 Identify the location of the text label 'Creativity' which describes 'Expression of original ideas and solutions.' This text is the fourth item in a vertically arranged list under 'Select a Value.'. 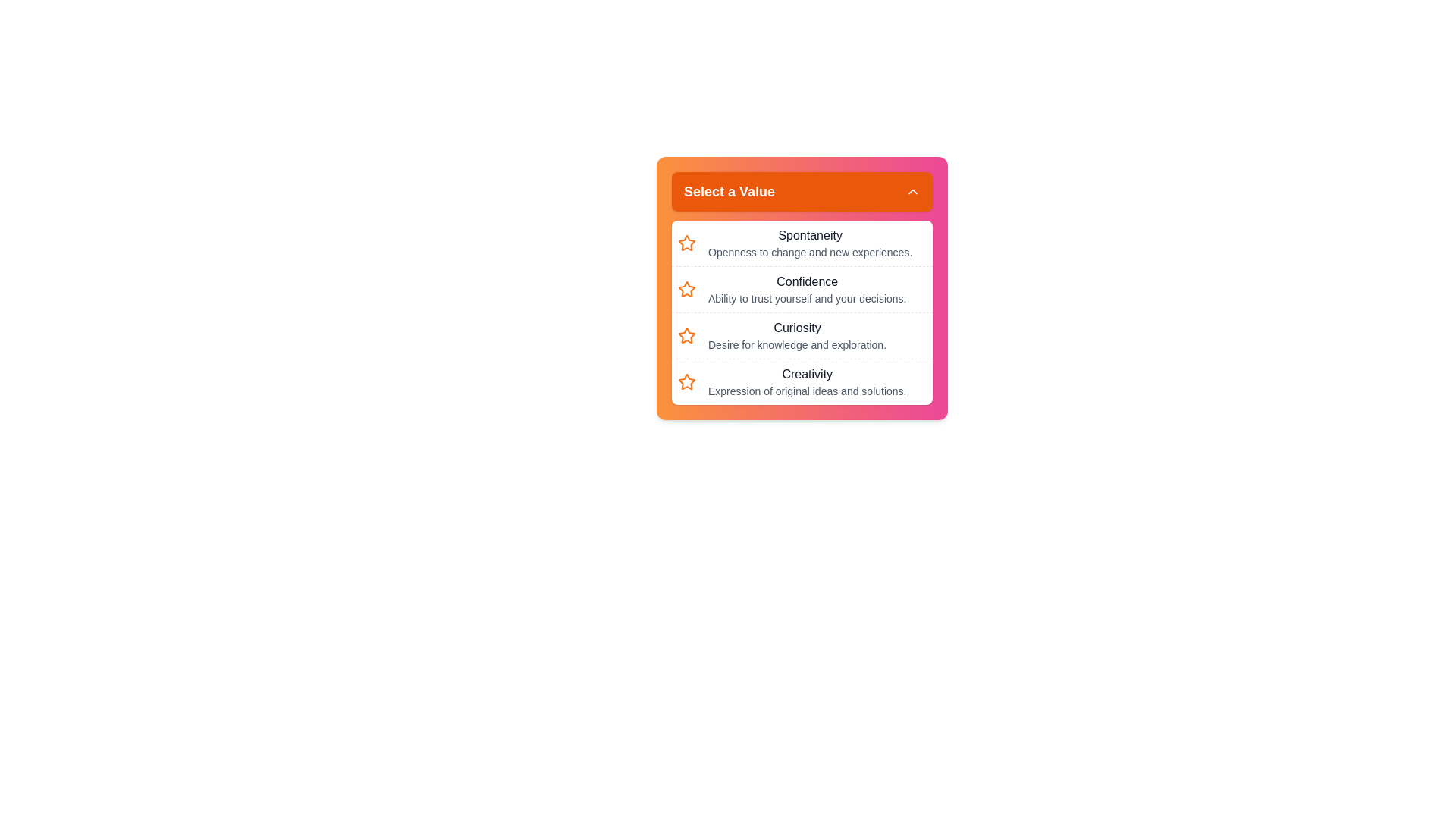
(806, 381).